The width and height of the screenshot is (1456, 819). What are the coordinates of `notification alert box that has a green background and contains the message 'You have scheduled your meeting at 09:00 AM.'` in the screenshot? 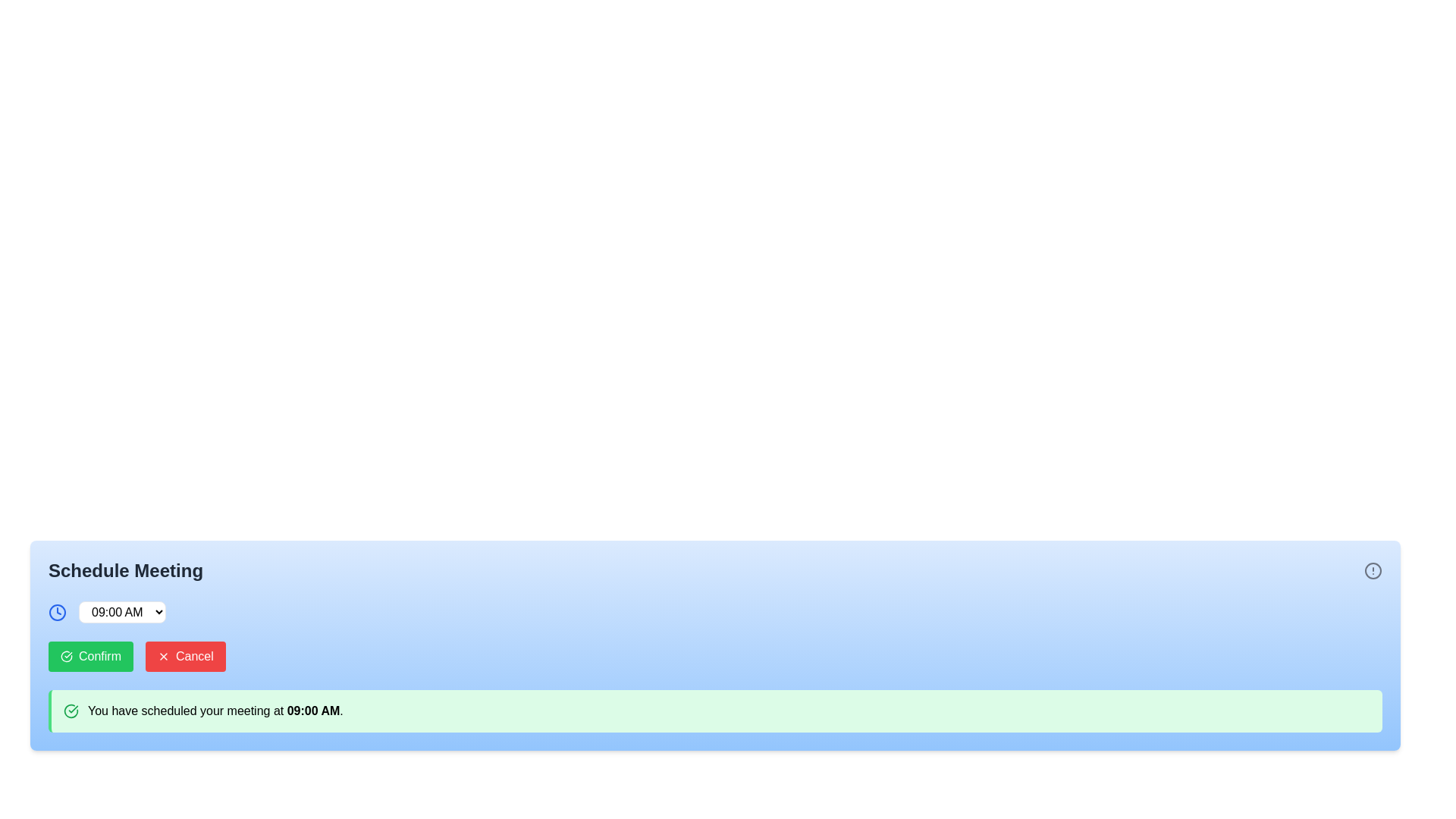 It's located at (714, 711).